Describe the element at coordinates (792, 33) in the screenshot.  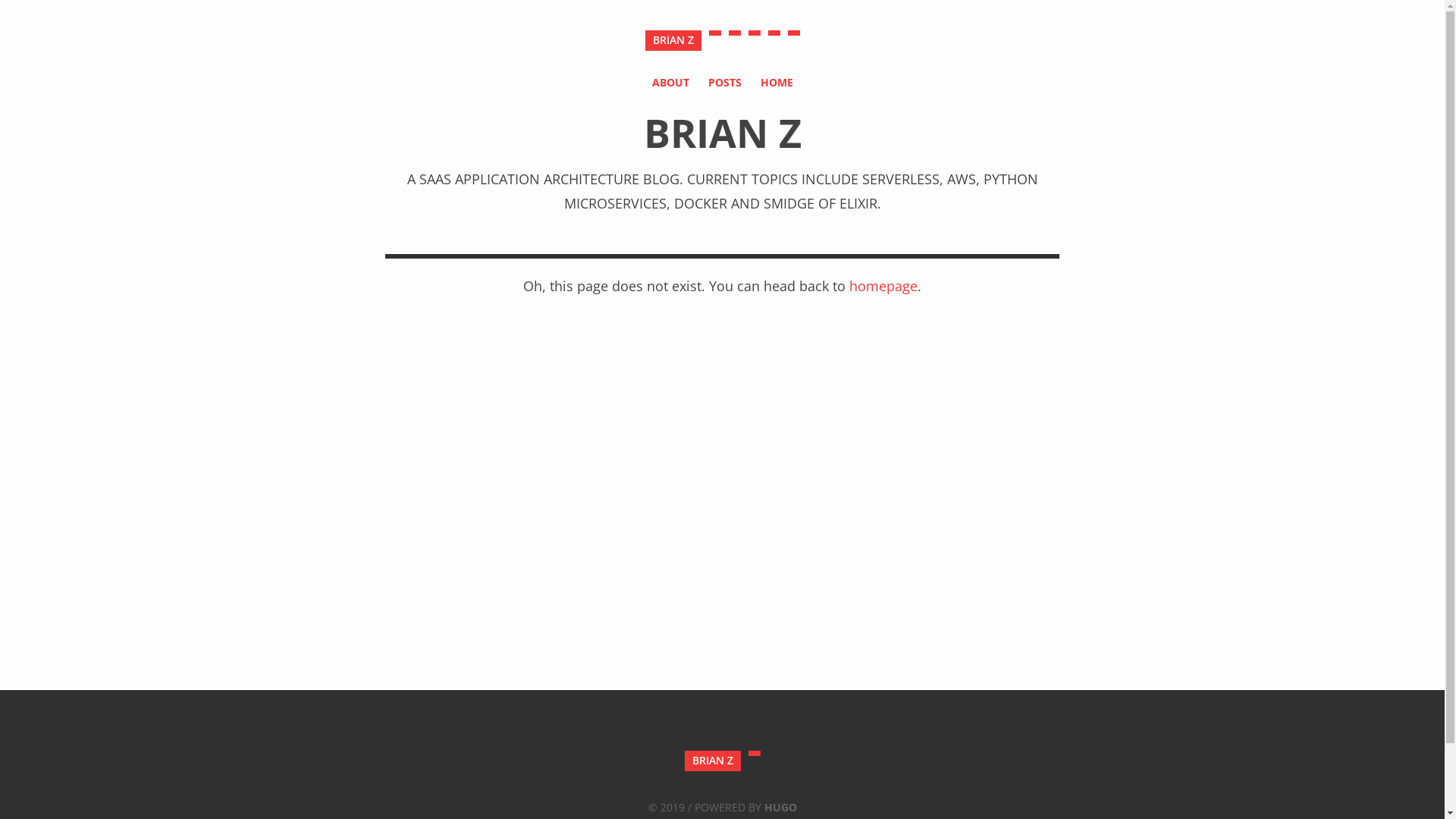
I see `'LinkedIn'` at that location.